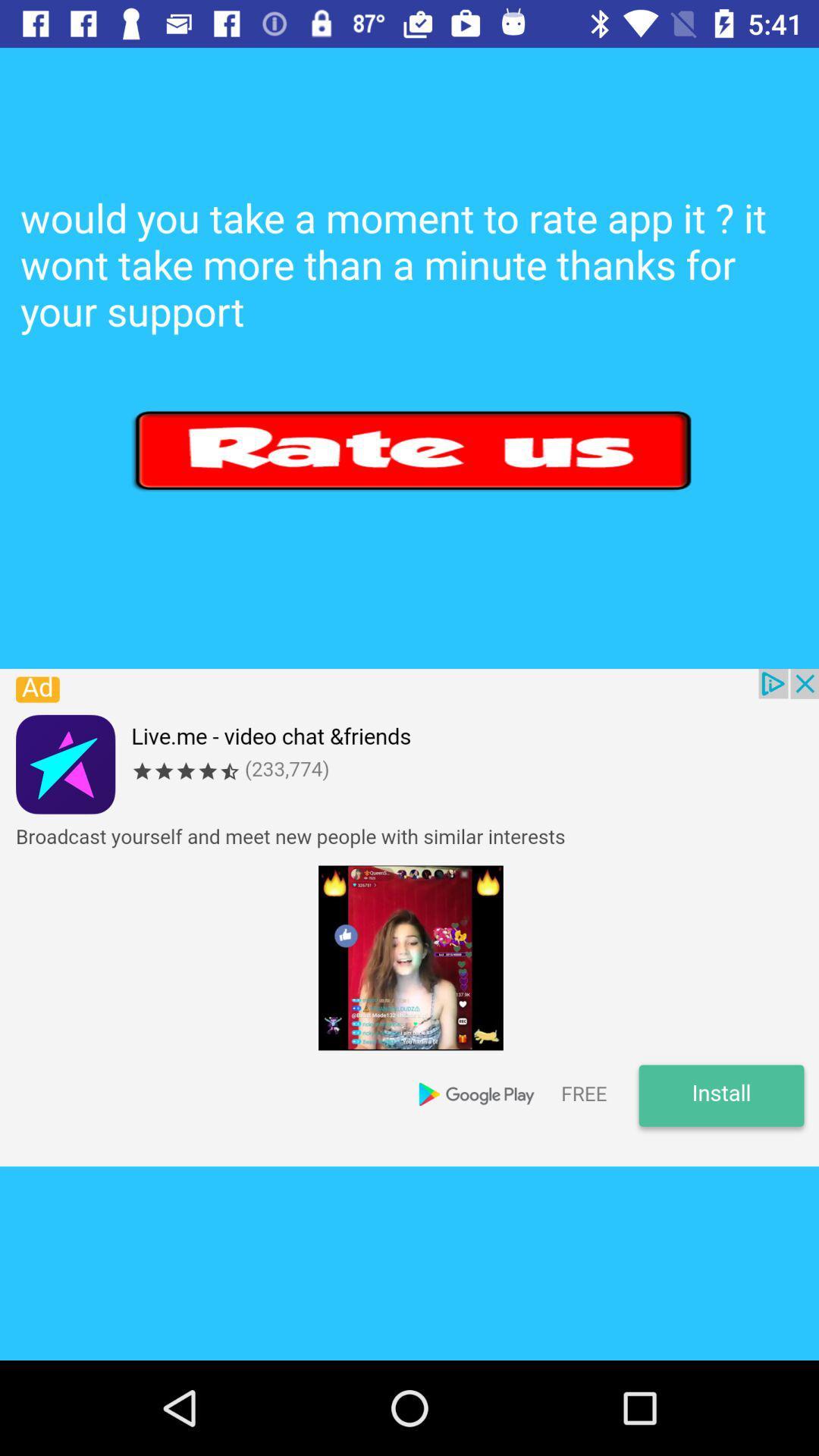  What do you see at coordinates (409, 917) in the screenshot?
I see `advertisement page` at bounding box center [409, 917].